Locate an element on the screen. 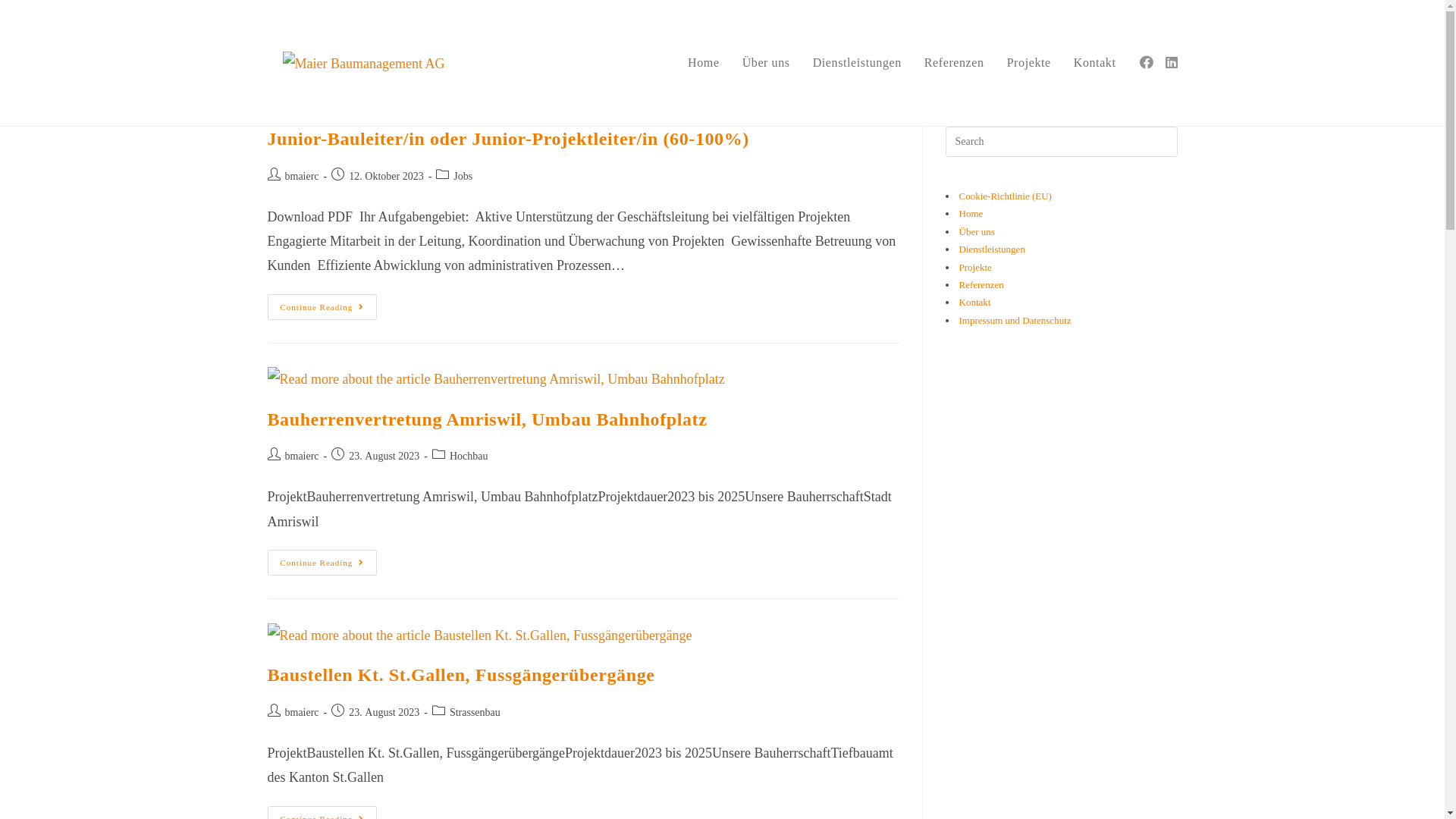  'bmaierc' is located at coordinates (302, 712).